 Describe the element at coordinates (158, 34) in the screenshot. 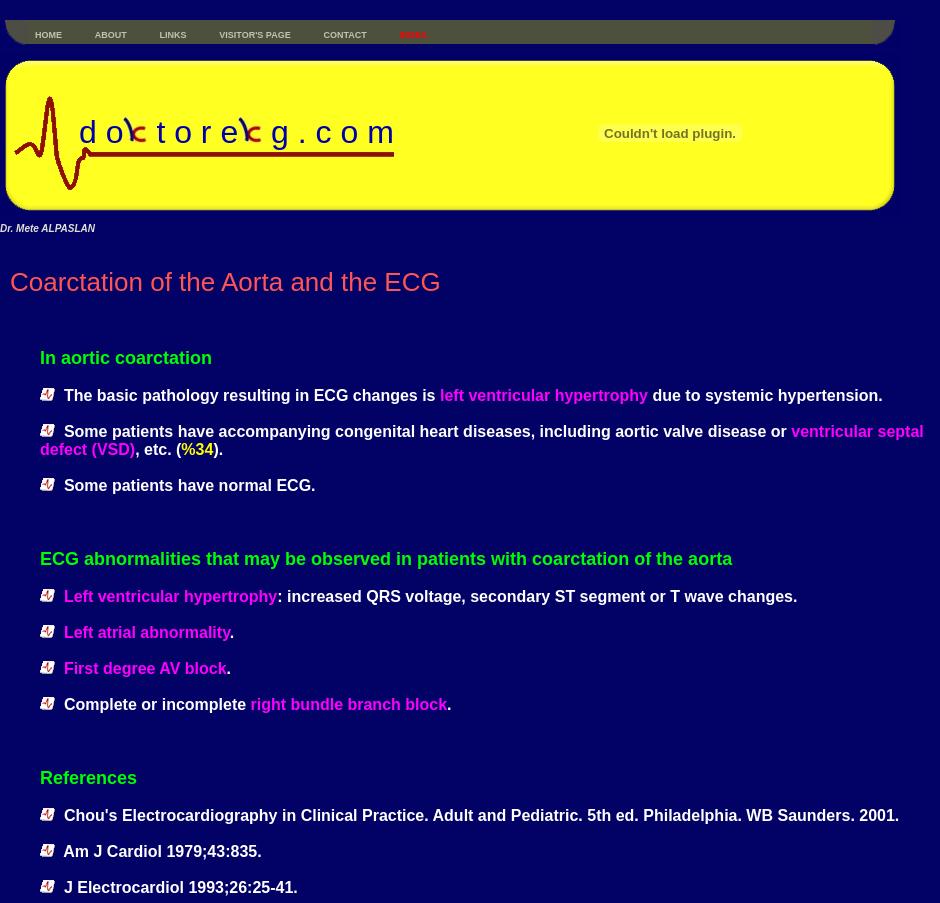

I see `'LINKS'` at that location.